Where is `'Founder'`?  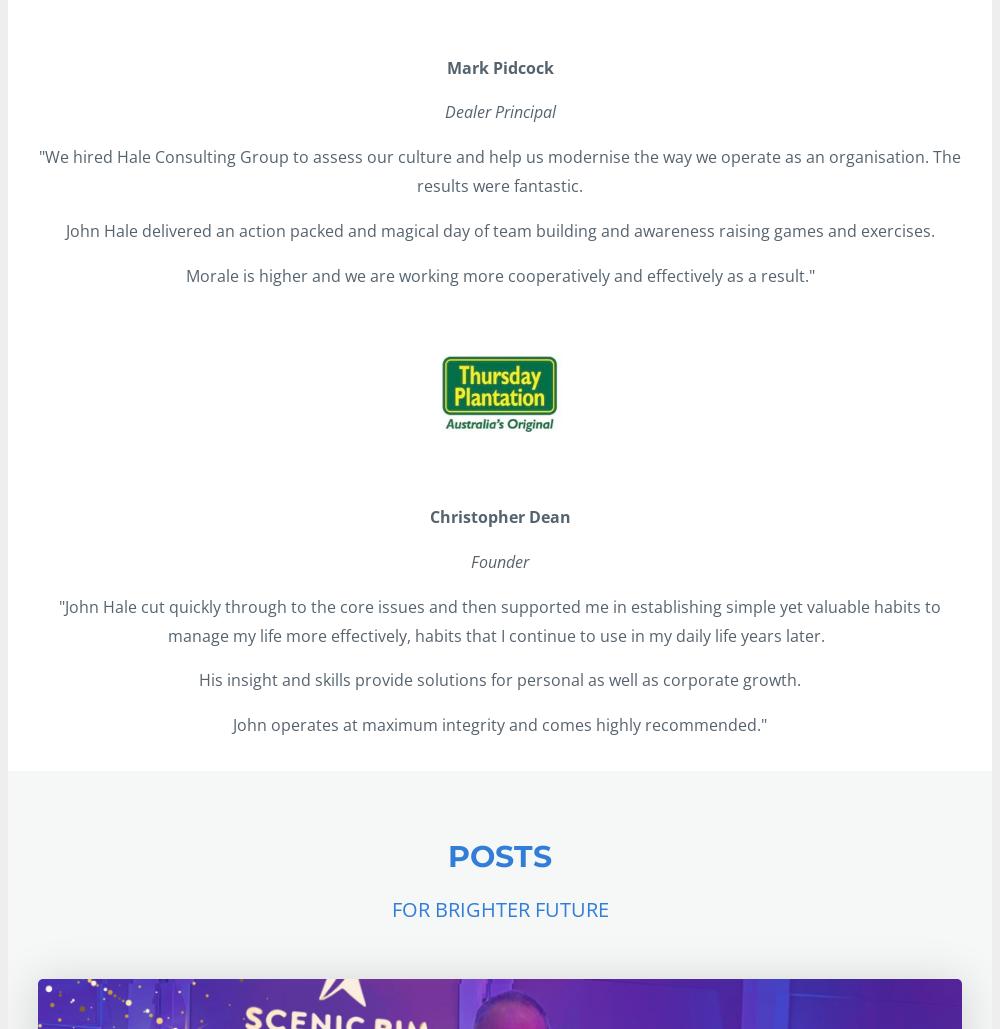 'Founder' is located at coordinates (500, 560).